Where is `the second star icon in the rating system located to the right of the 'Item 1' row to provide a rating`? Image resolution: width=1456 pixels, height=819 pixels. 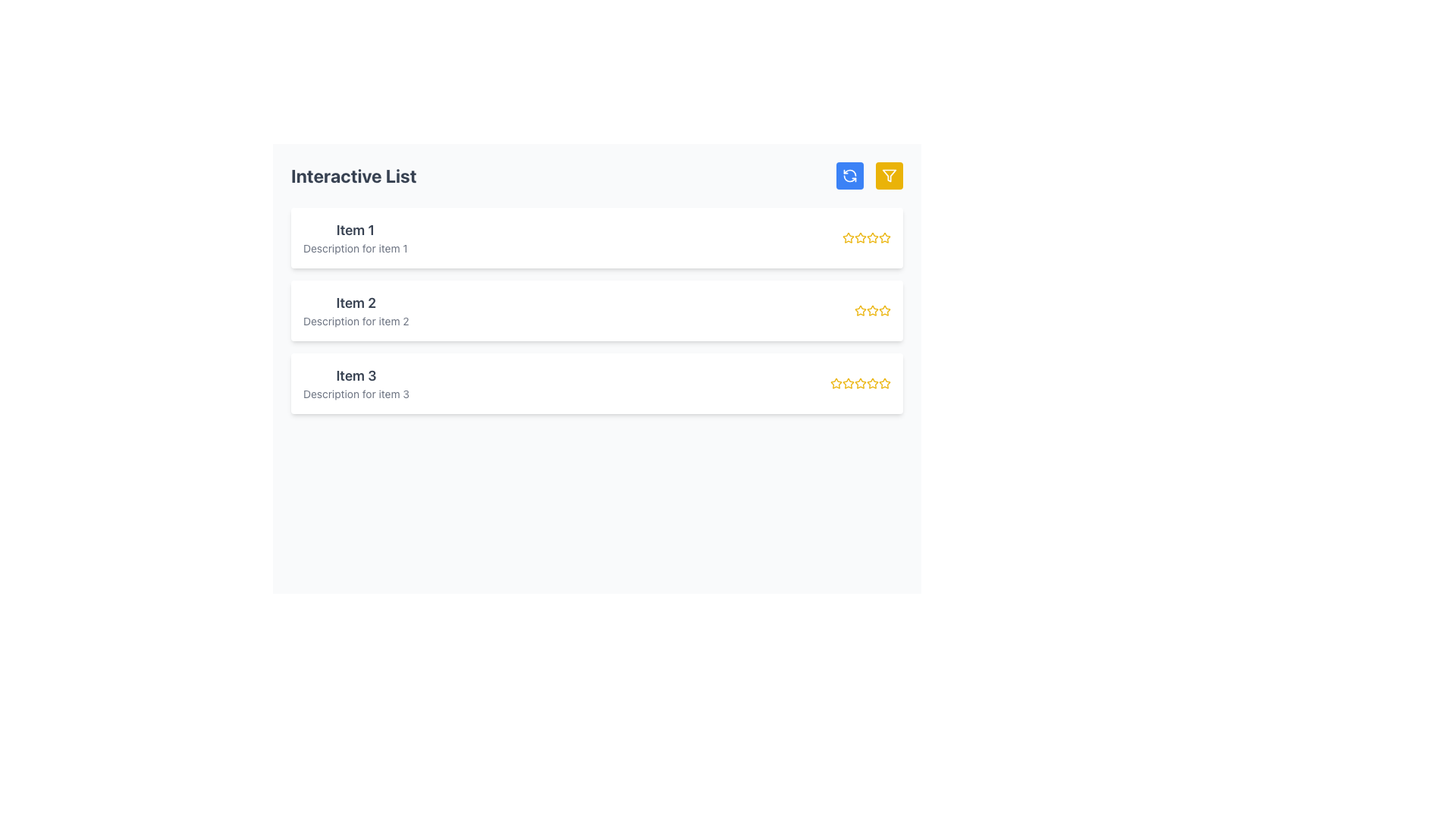
the second star icon in the rating system located to the right of the 'Item 1' row to provide a rating is located at coordinates (860, 237).